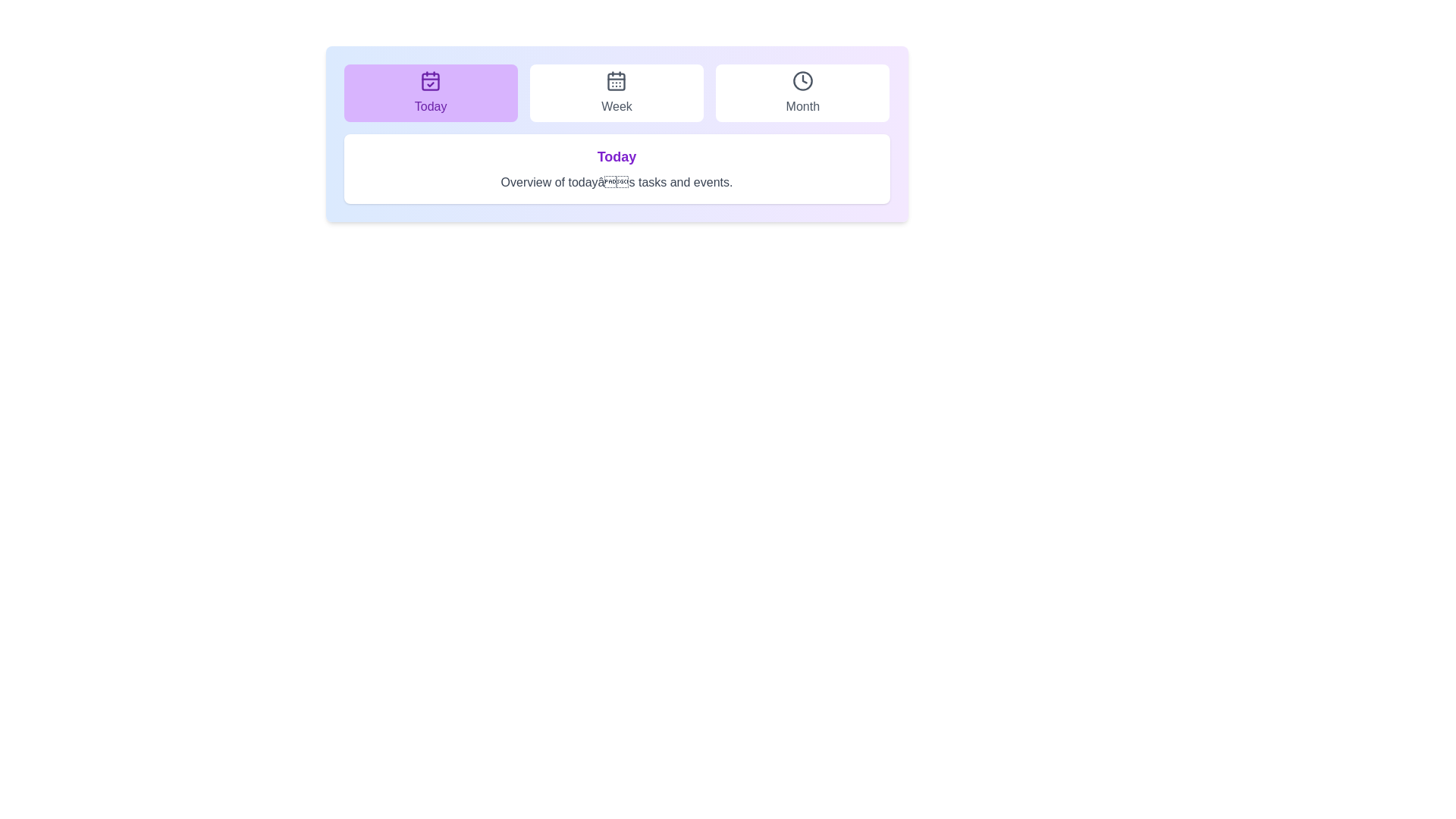  What do you see at coordinates (429, 93) in the screenshot?
I see `the tab labeled Today to view its associated text` at bounding box center [429, 93].